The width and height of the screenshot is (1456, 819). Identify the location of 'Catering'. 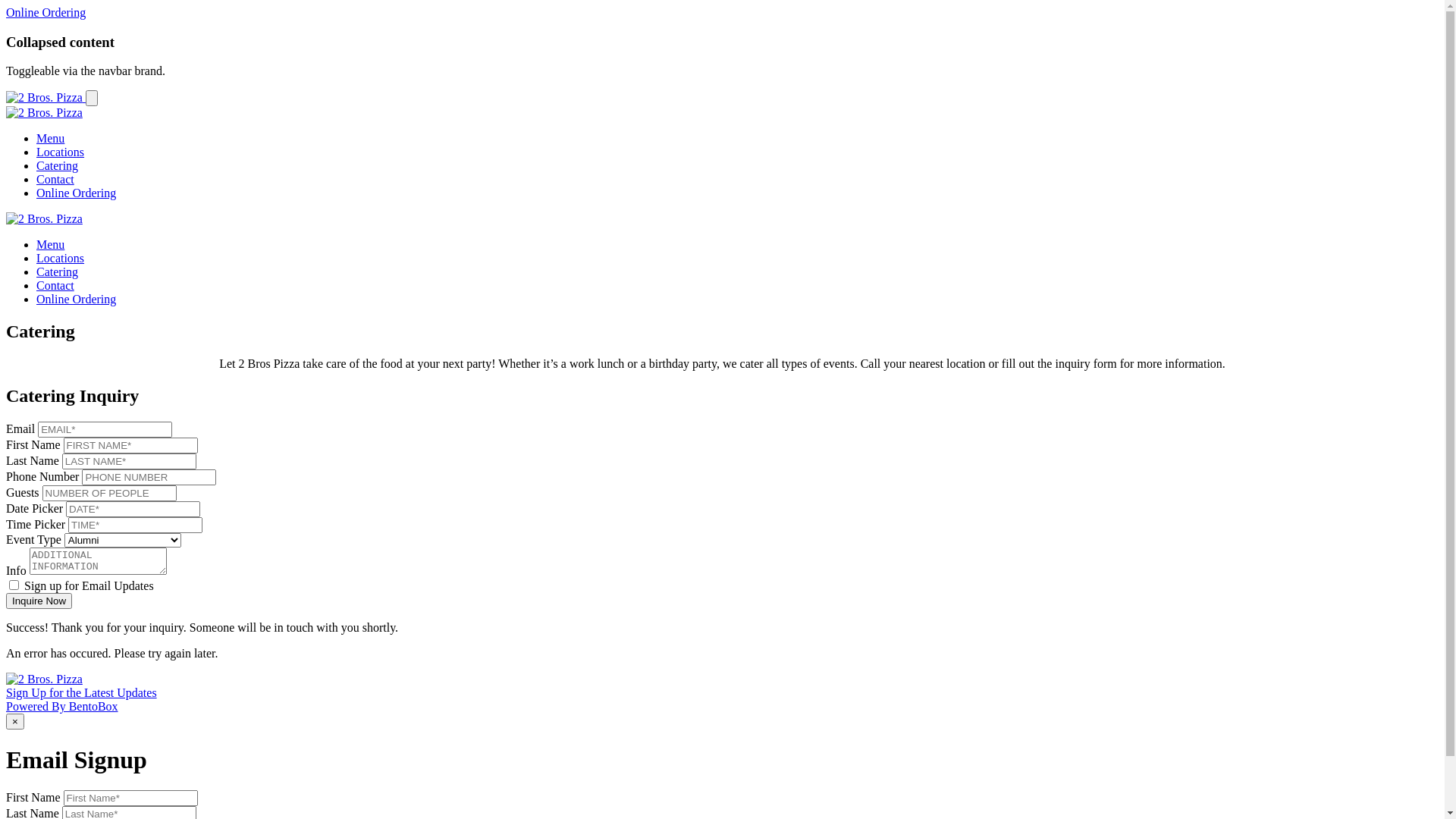
(57, 271).